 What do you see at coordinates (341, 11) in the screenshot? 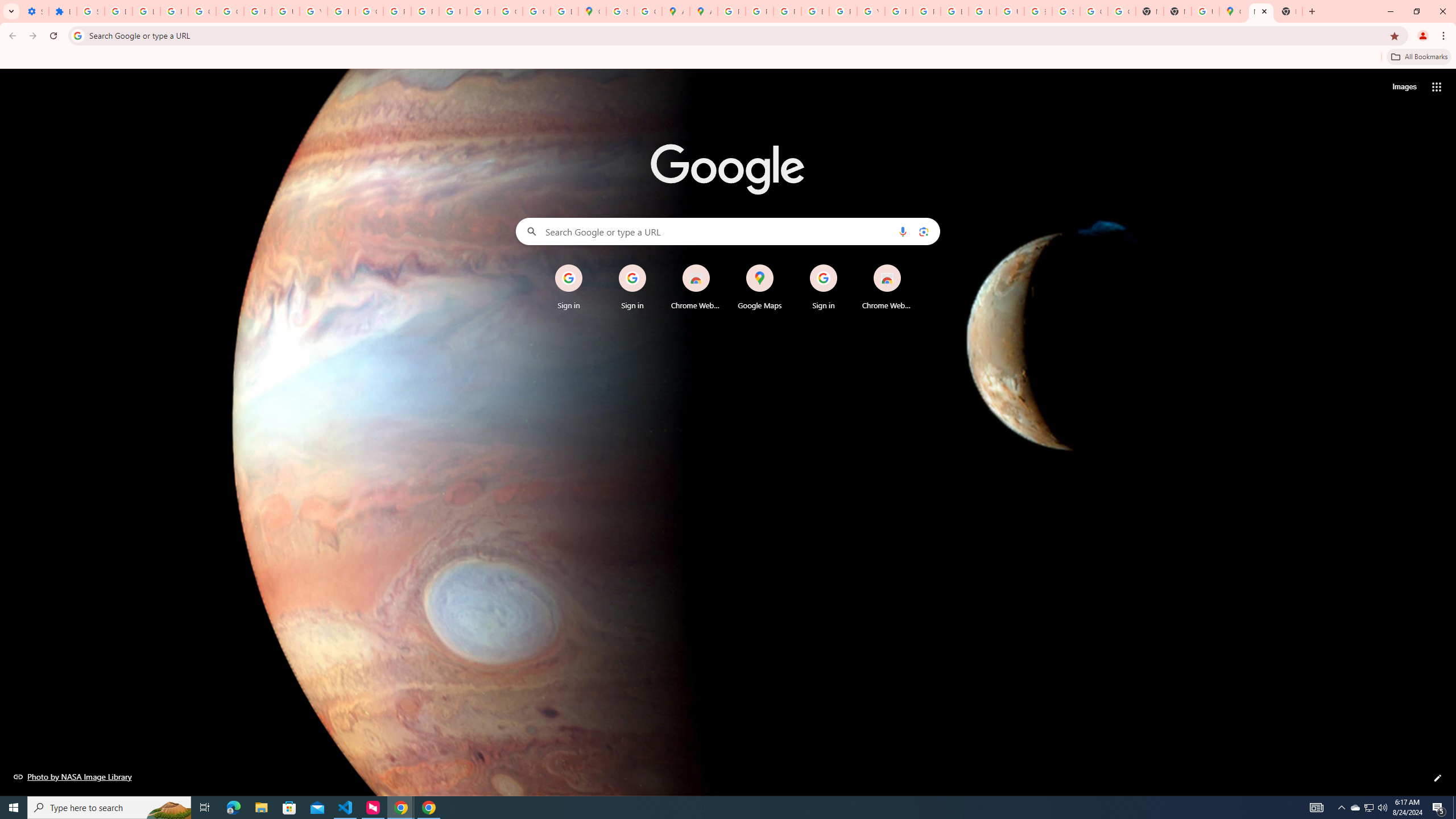
I see `'https://scholar.google.com/'` at bounding box center [341, 11].